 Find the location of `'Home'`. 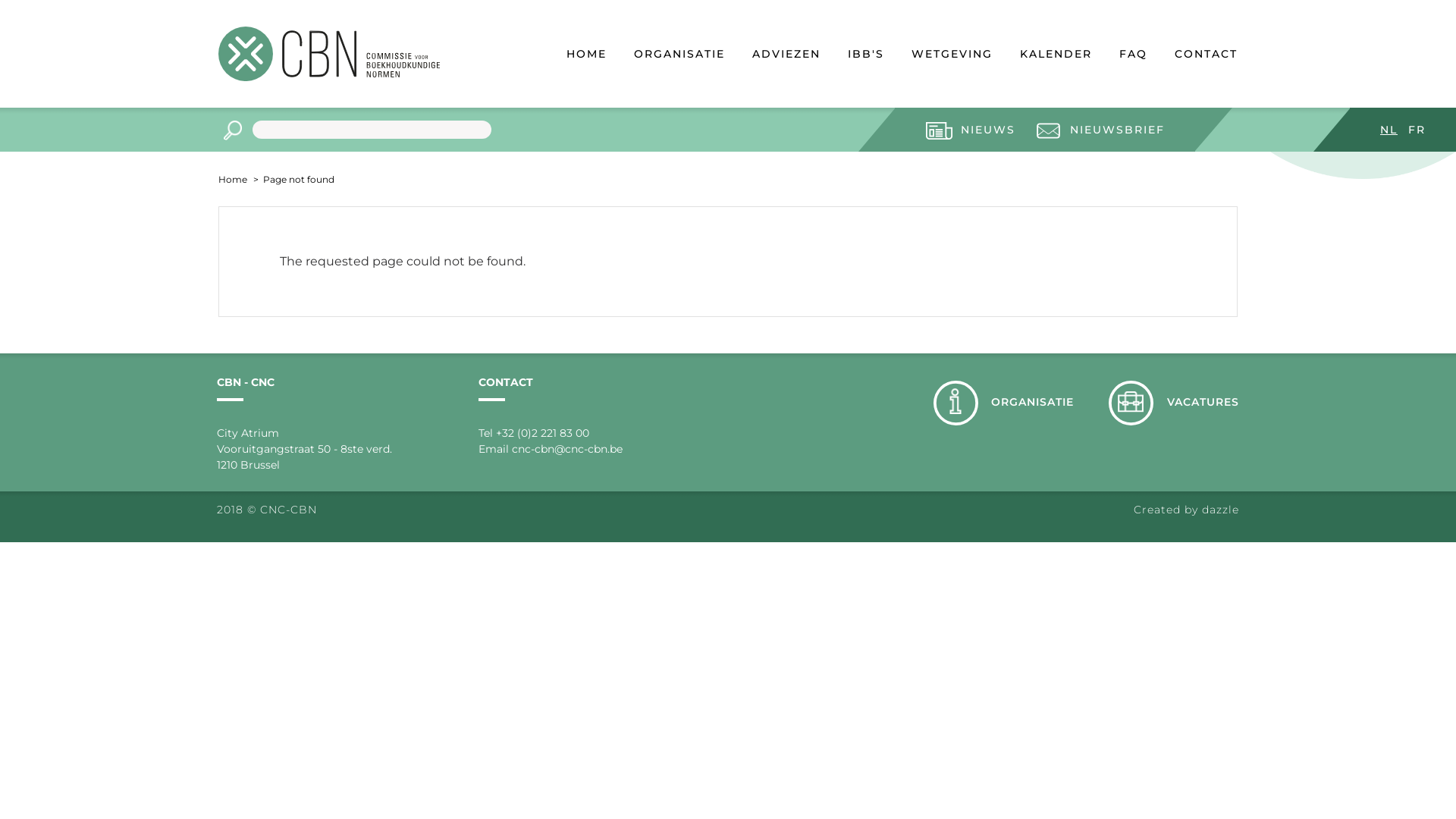

'Home' is located at coordinates (218, 178).